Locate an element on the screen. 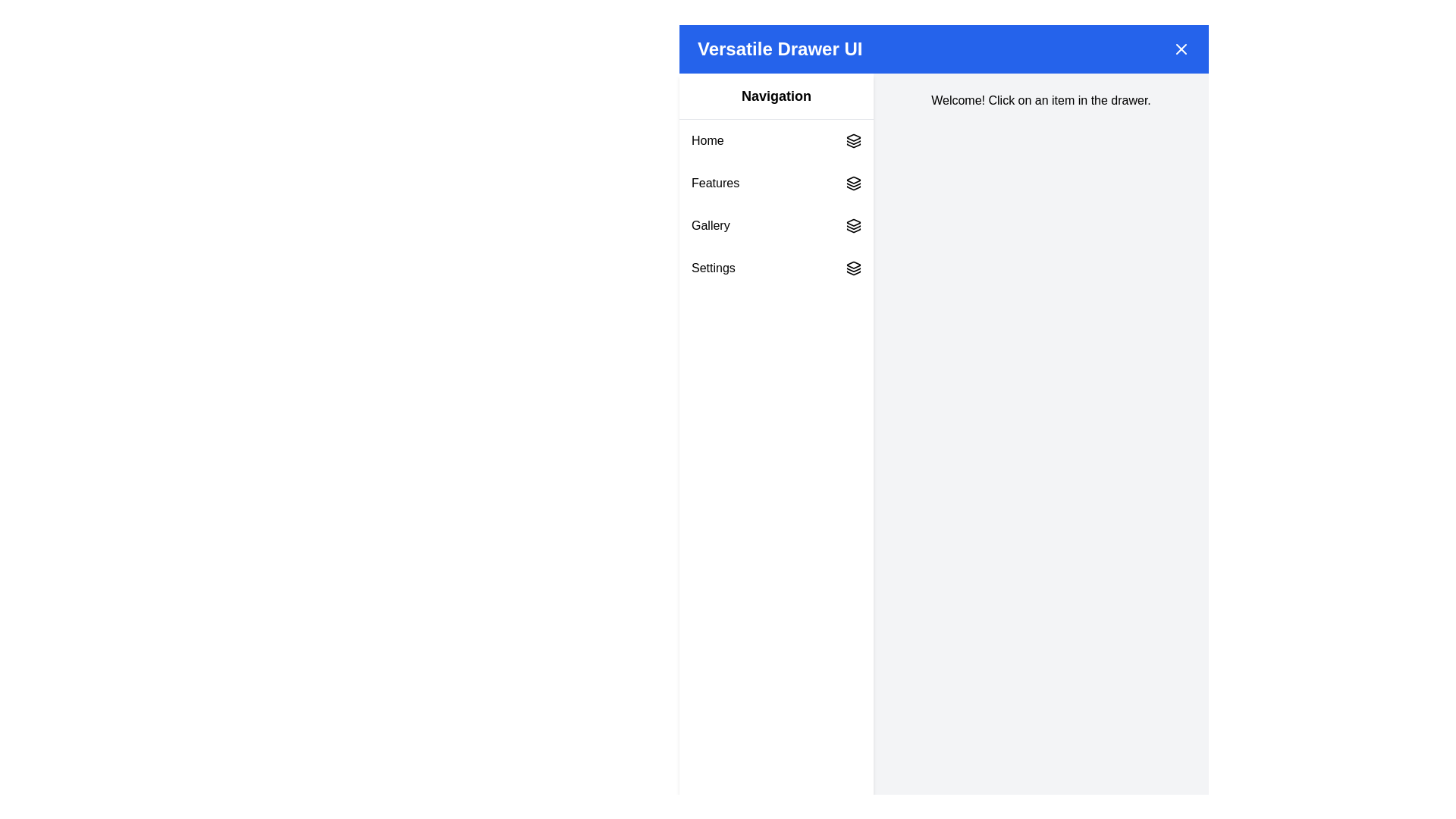 The height and width of the screenshot is (819, 1456). the greeting message text label that instructs the user to interact with items in the drawer menu, located at the top of the main content area is located at coordinates (1040, 100).